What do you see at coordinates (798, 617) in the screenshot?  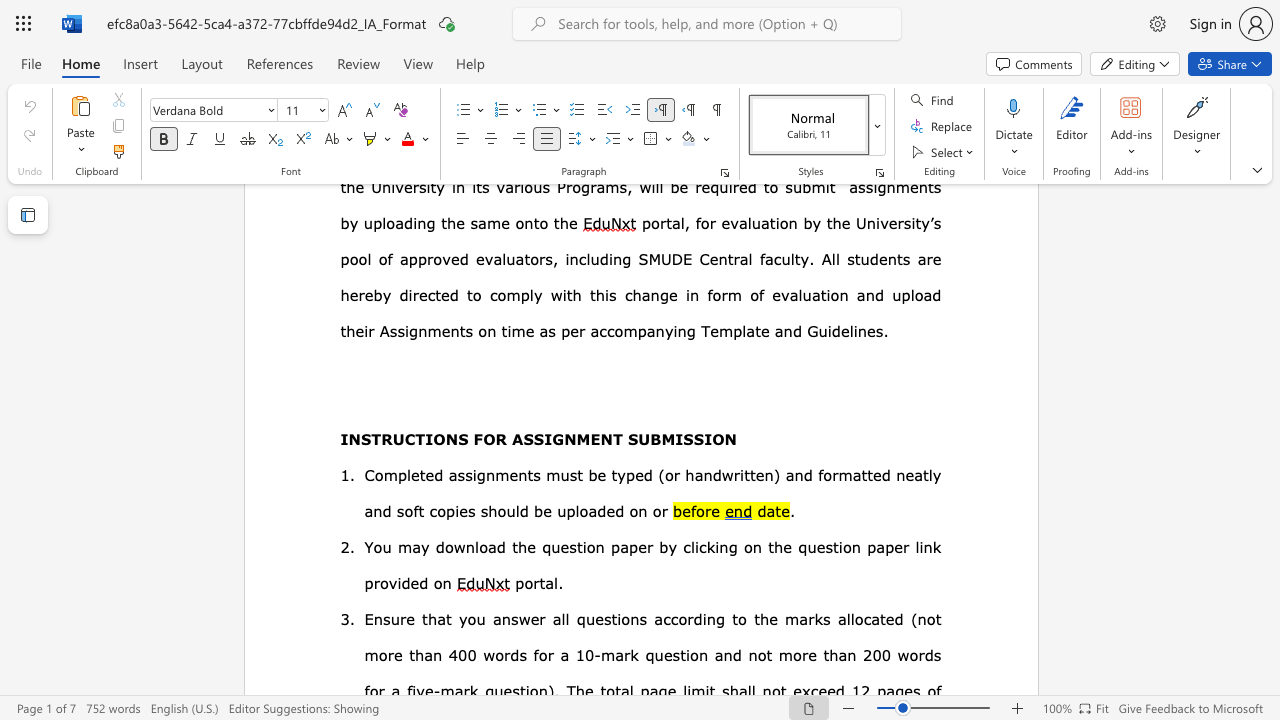 I see `the subset text "arks" within the text "Ensure that you answer all questions according to the marks"` at bounding box center [798, 617].